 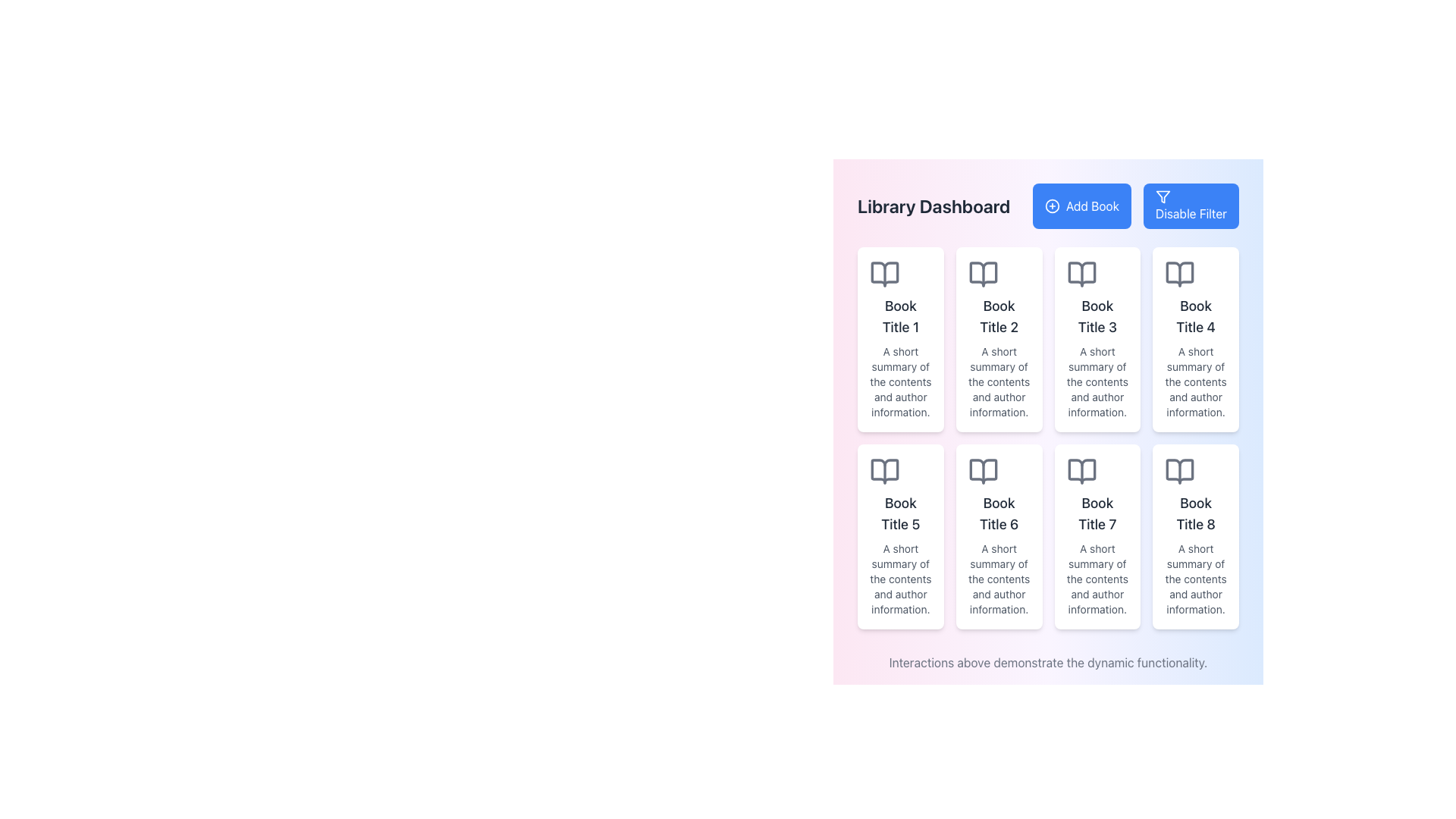 What do you see at coordinates (1047, 662) in the screenshot?
I see `the Text Label located centrally below the book cards, which serves as an informational note about the functionalities above it` at bounding box center [1047, 662].